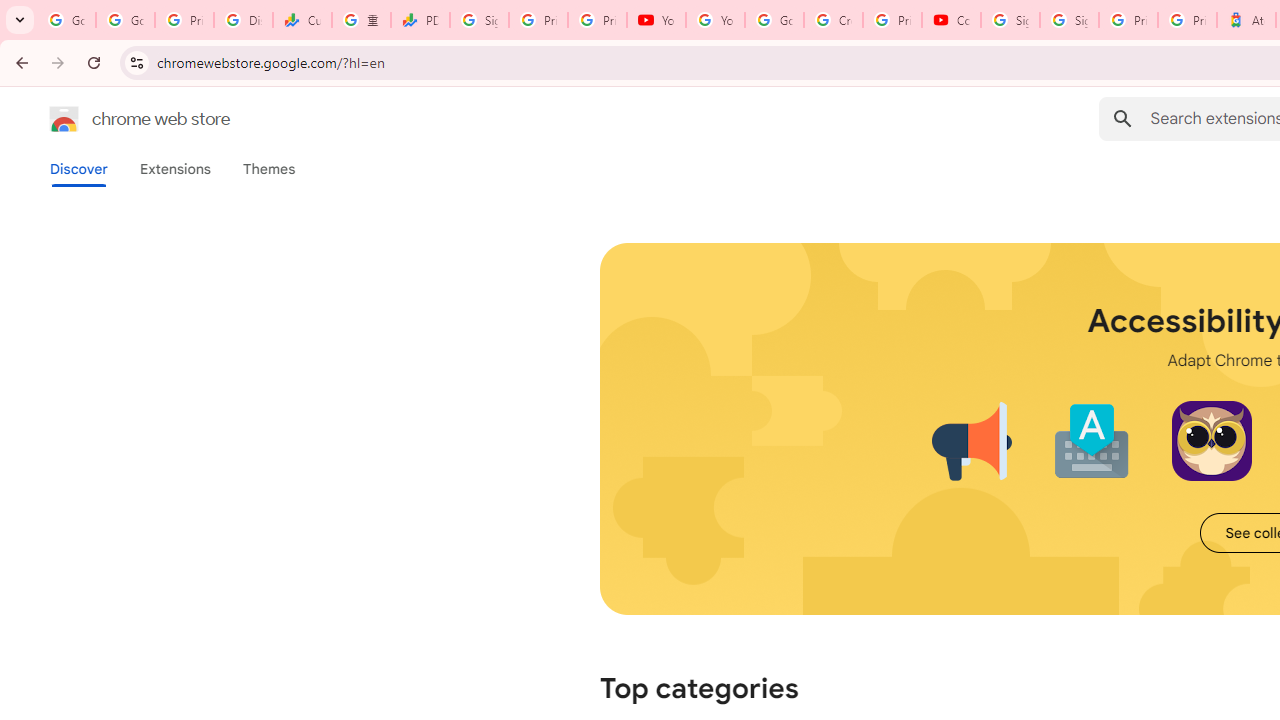 The height and width of the screenshot is (720, 1280). What do you see at coordinates (58, 61) in the screenshot?
I see `'Forward'` at bounding box center [58, 61].